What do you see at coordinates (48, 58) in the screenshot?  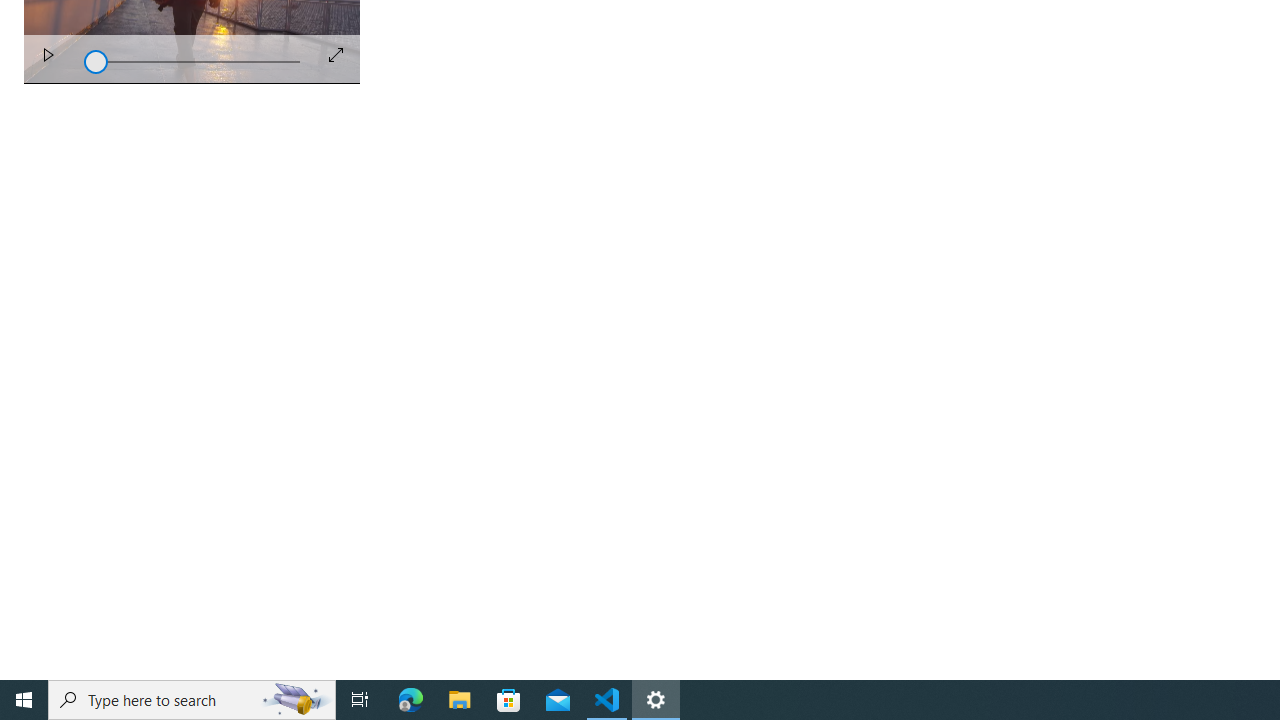 I see `'Play'` at bounding box center [48, 58].